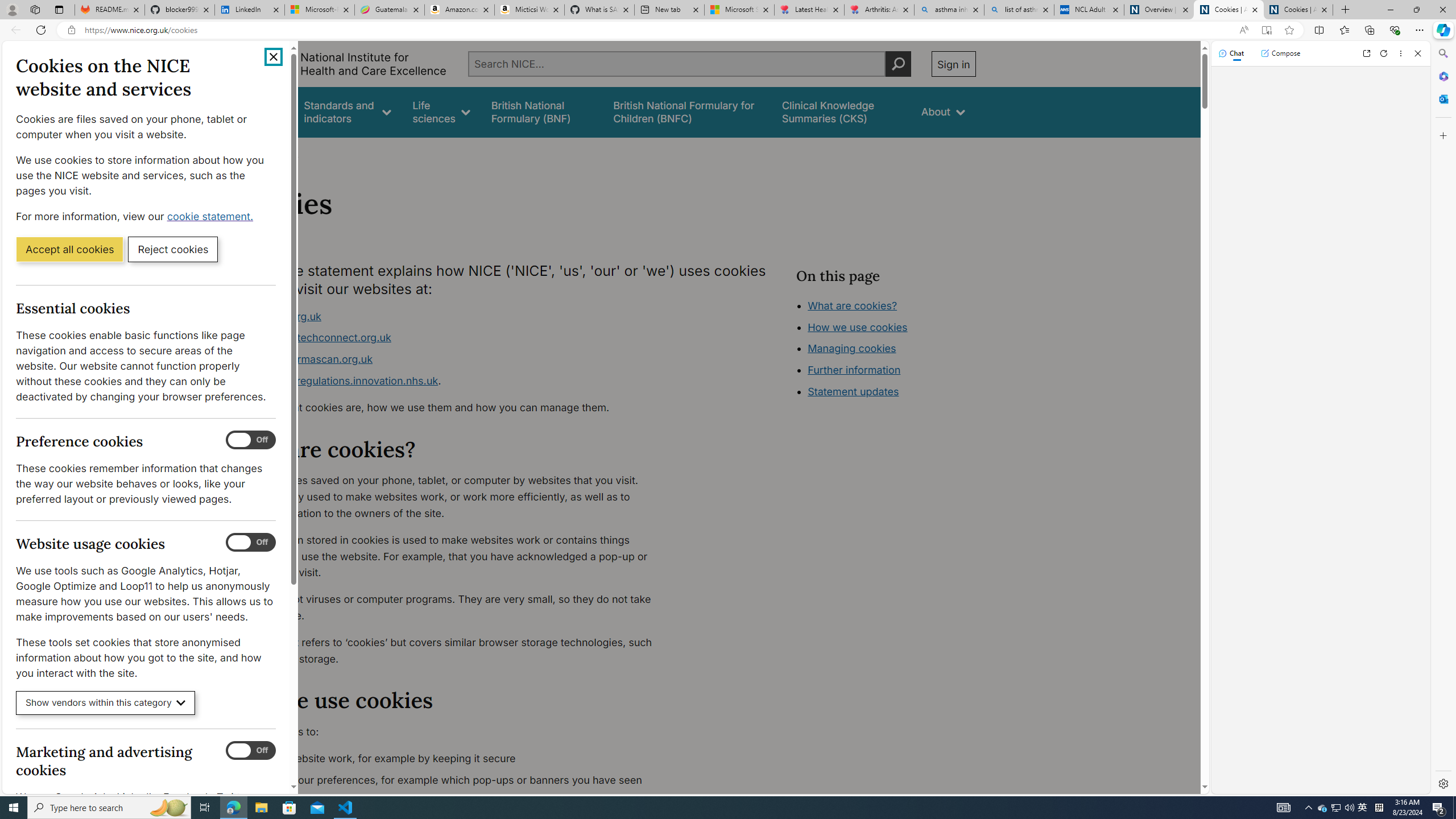  Describe the element at coordinates (260, 111) in the screenshot. I see `'Guidance'` at that location.